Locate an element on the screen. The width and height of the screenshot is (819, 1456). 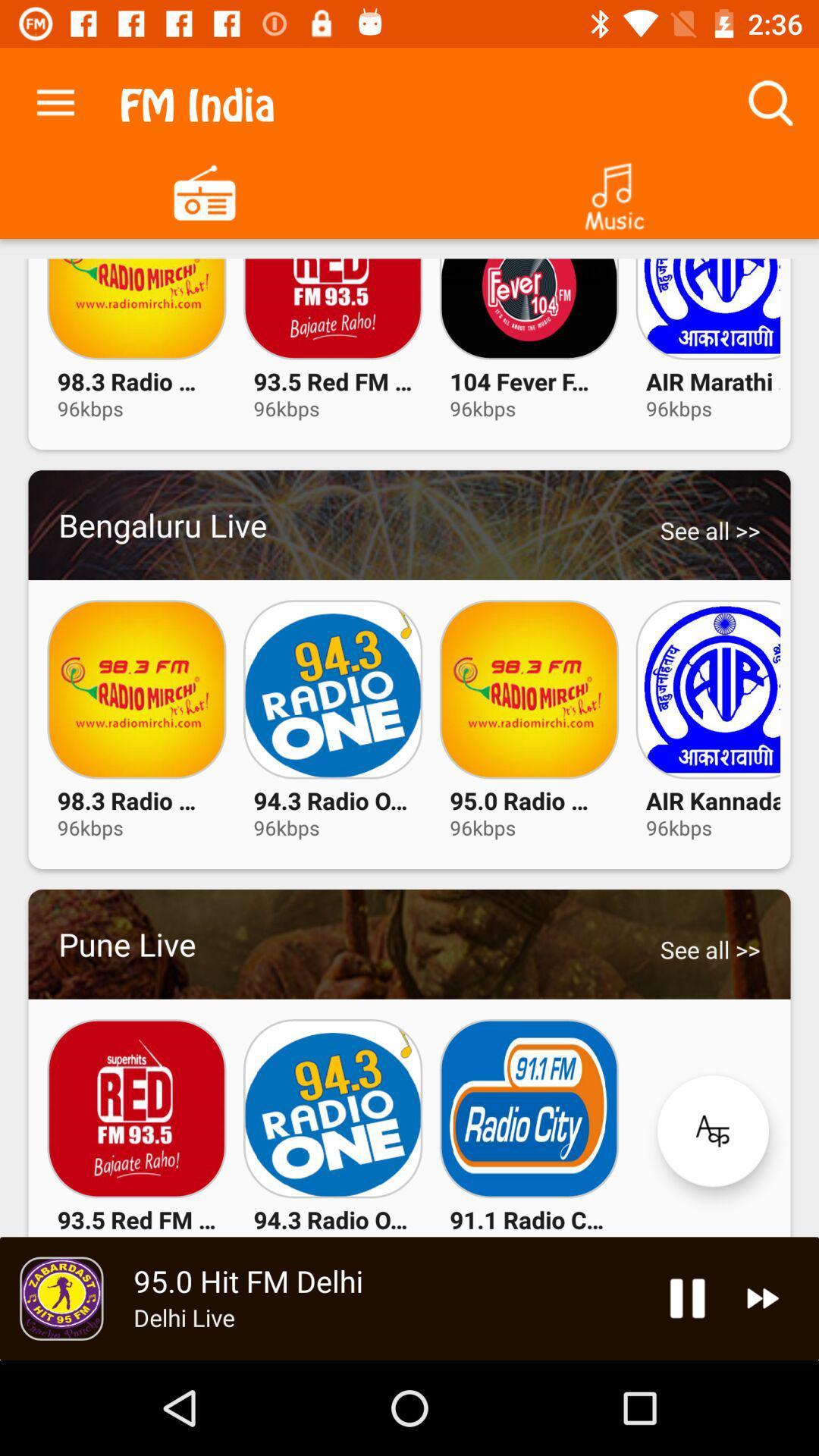
see more is located at coordinates (713, 1131).